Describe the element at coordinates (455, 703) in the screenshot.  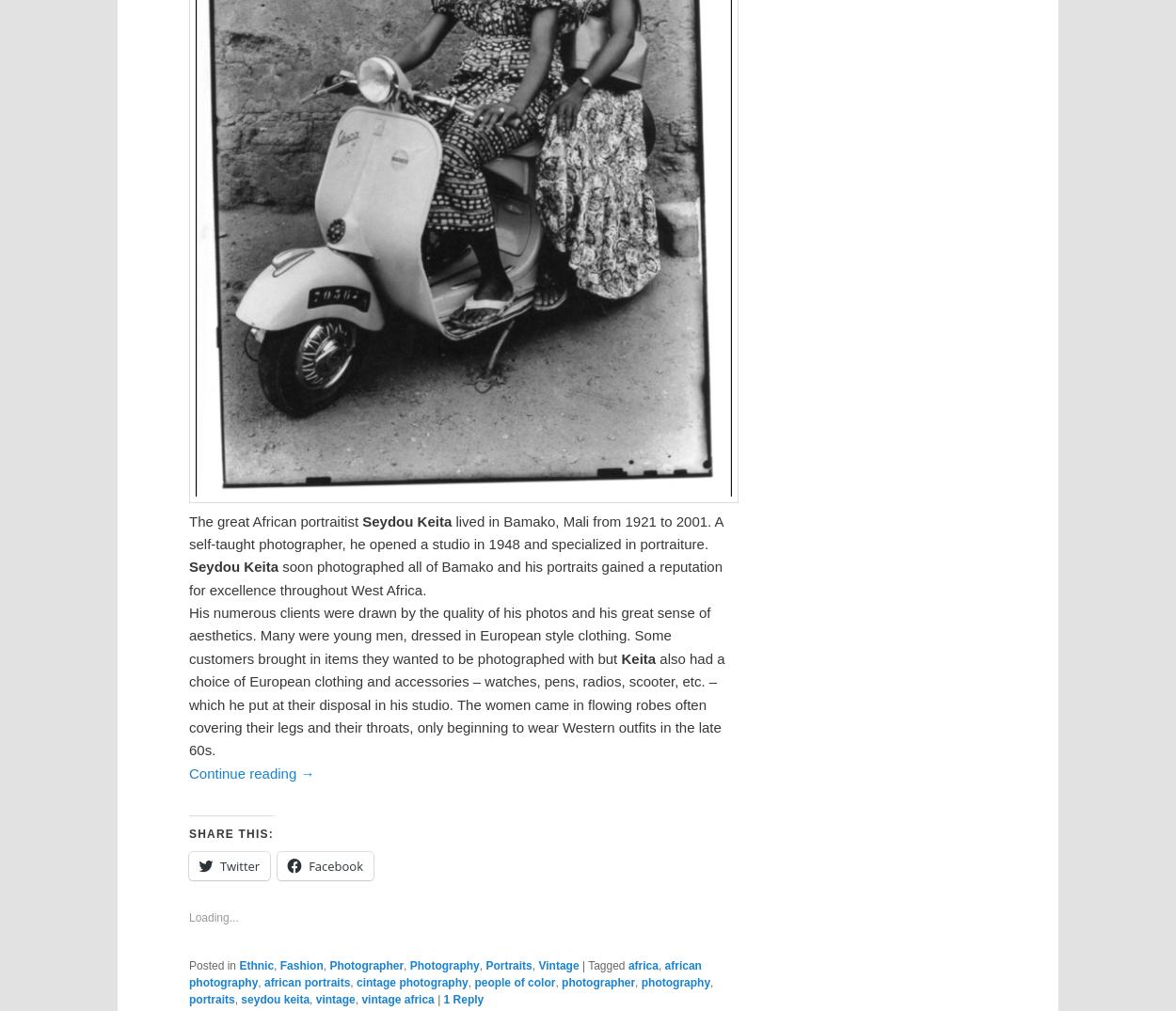
I see `'also had a choice of European clothing and accessories – watches, pens, radios, scooter, etc. – which he put at their disposal in his studio. The women came in flowing robes often covering their legs and their throats, only beginning to wear Western outfits in the late 60s.'` at that location.